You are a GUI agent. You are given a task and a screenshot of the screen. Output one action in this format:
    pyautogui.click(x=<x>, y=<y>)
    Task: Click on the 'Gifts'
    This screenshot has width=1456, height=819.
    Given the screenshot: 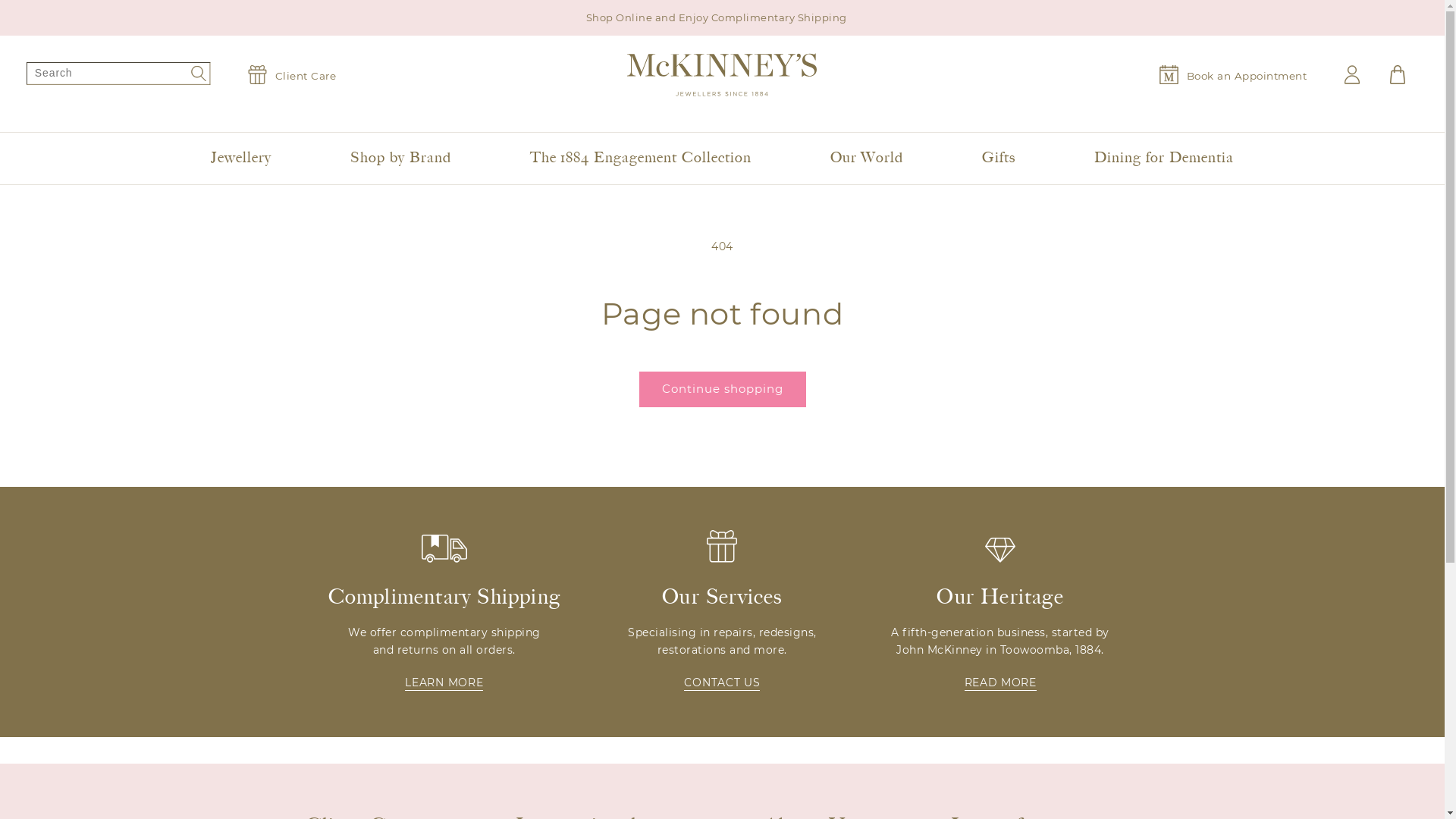 What is the action you would take?
    pyautogui.click(x=998, y=158)
    